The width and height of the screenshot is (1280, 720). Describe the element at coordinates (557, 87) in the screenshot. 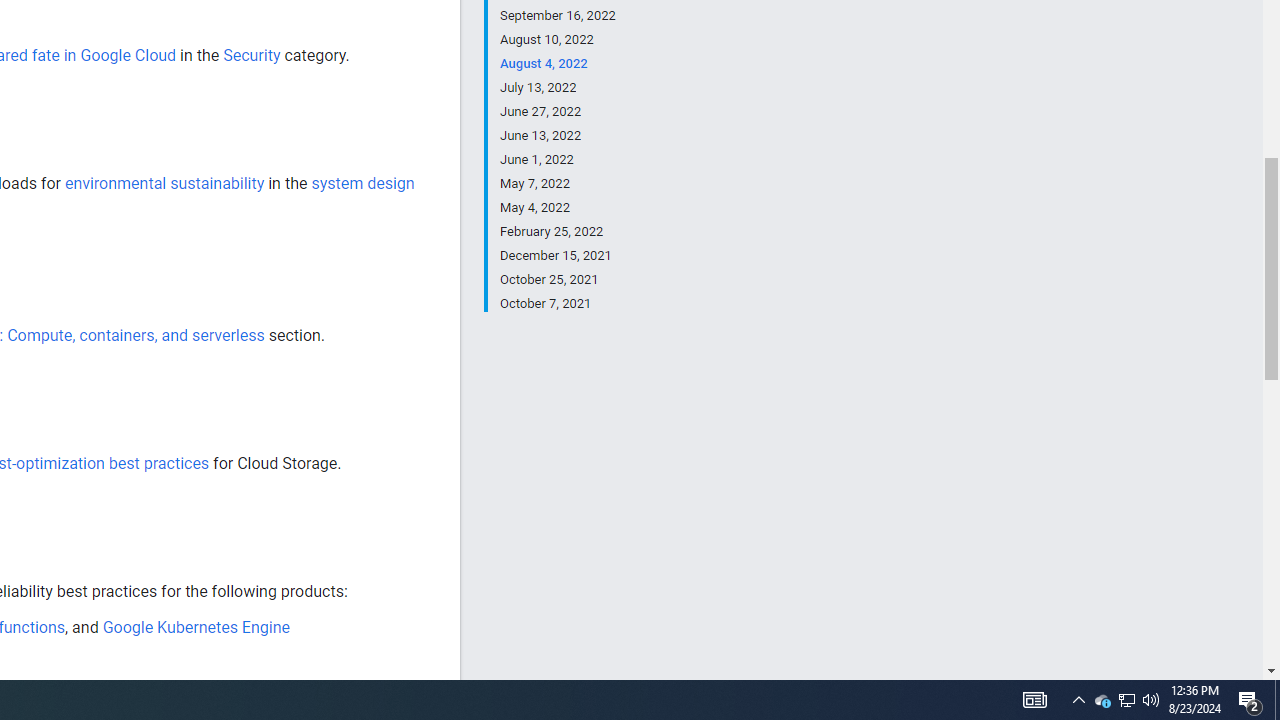

I see `'July 13, 2022'` at that location.